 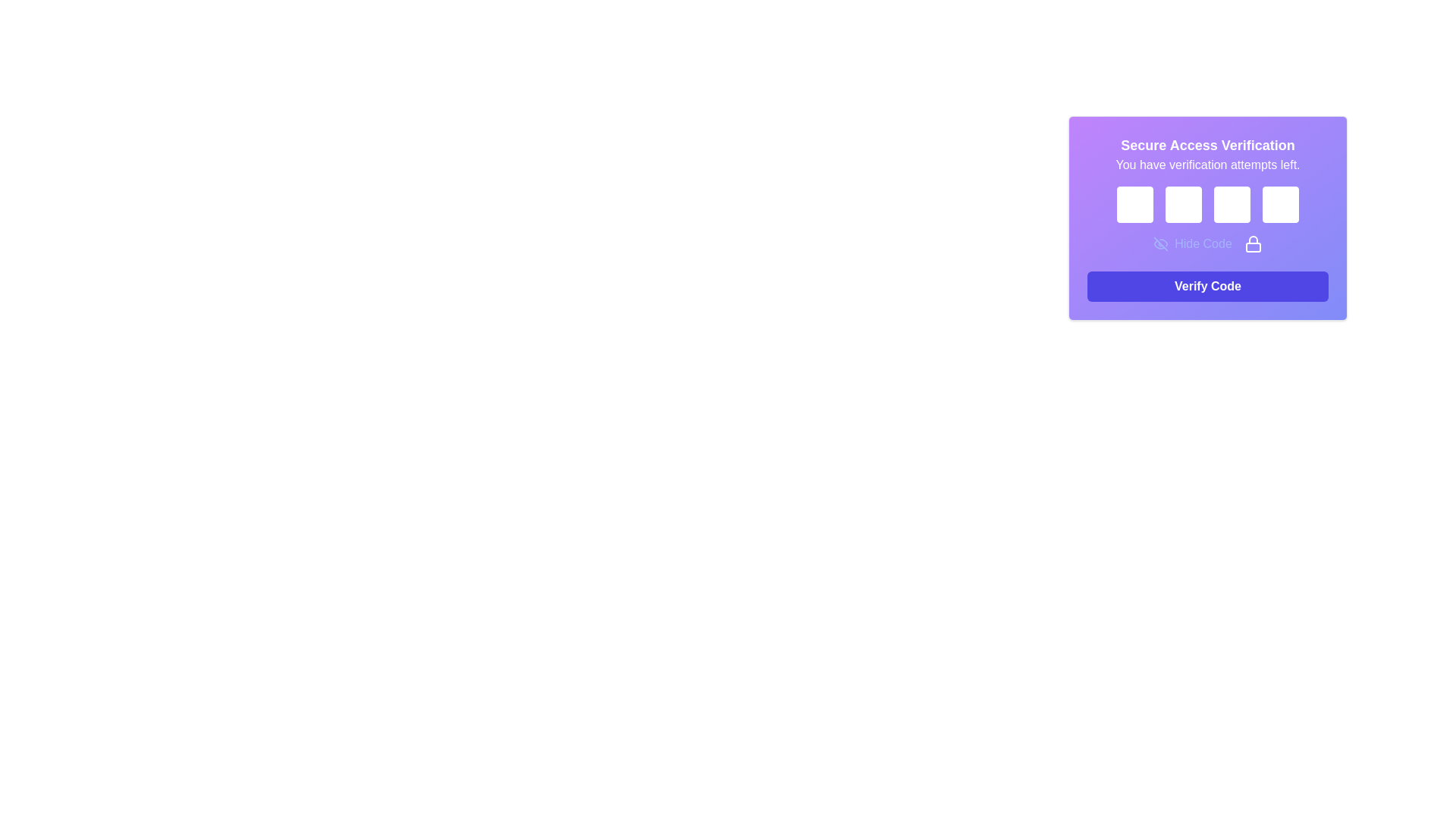 What do you see at coordinates (1207, 287) in the screenshot?
I see `the 'Verify Code' button located at the bottom of the card interface to change its color with a CSS effect` at bounding box center [1207, 287].